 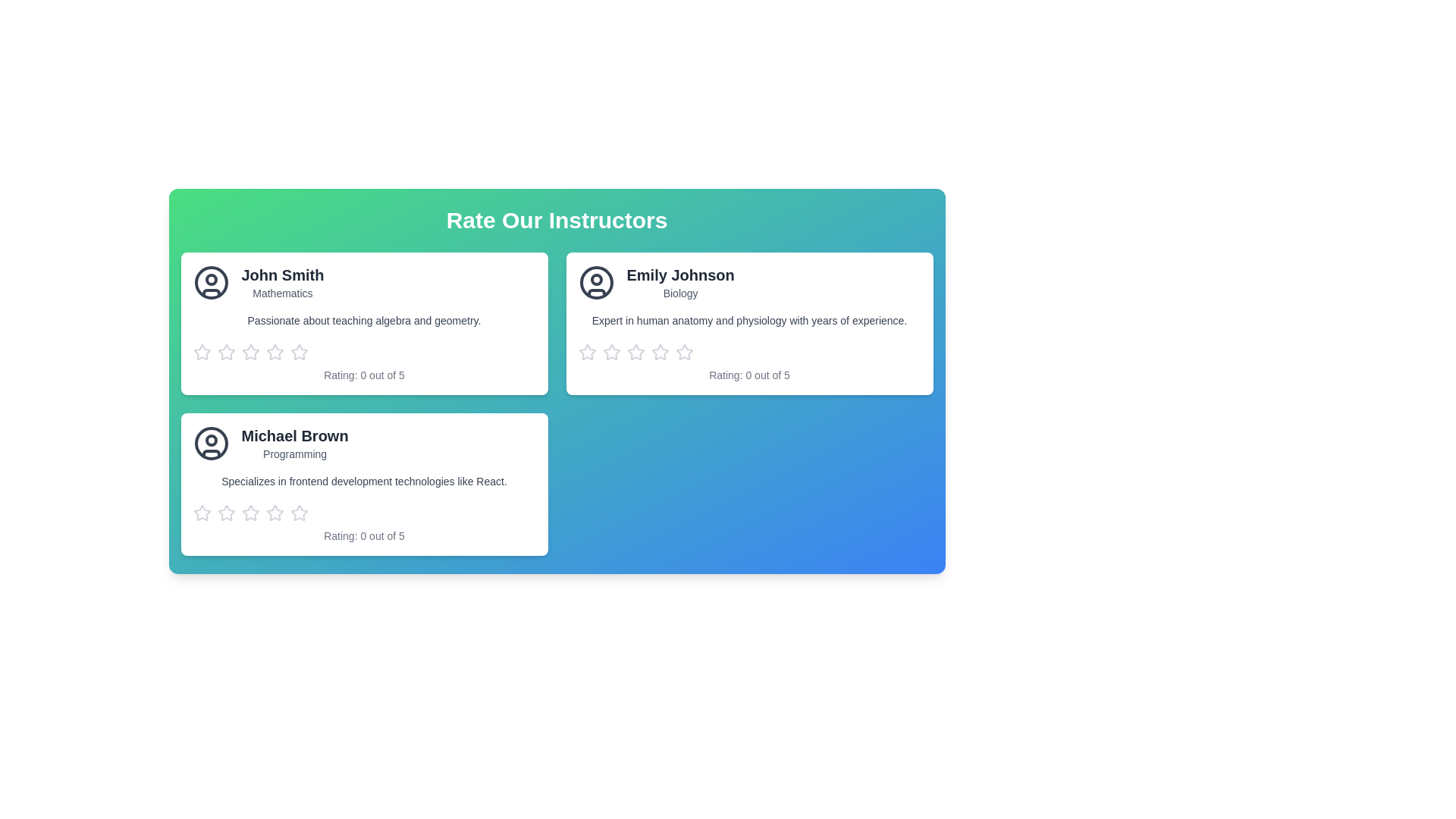 I want to click on the third star icon in the rating section under the 'John Smith' card, so click(x=275, y=352).